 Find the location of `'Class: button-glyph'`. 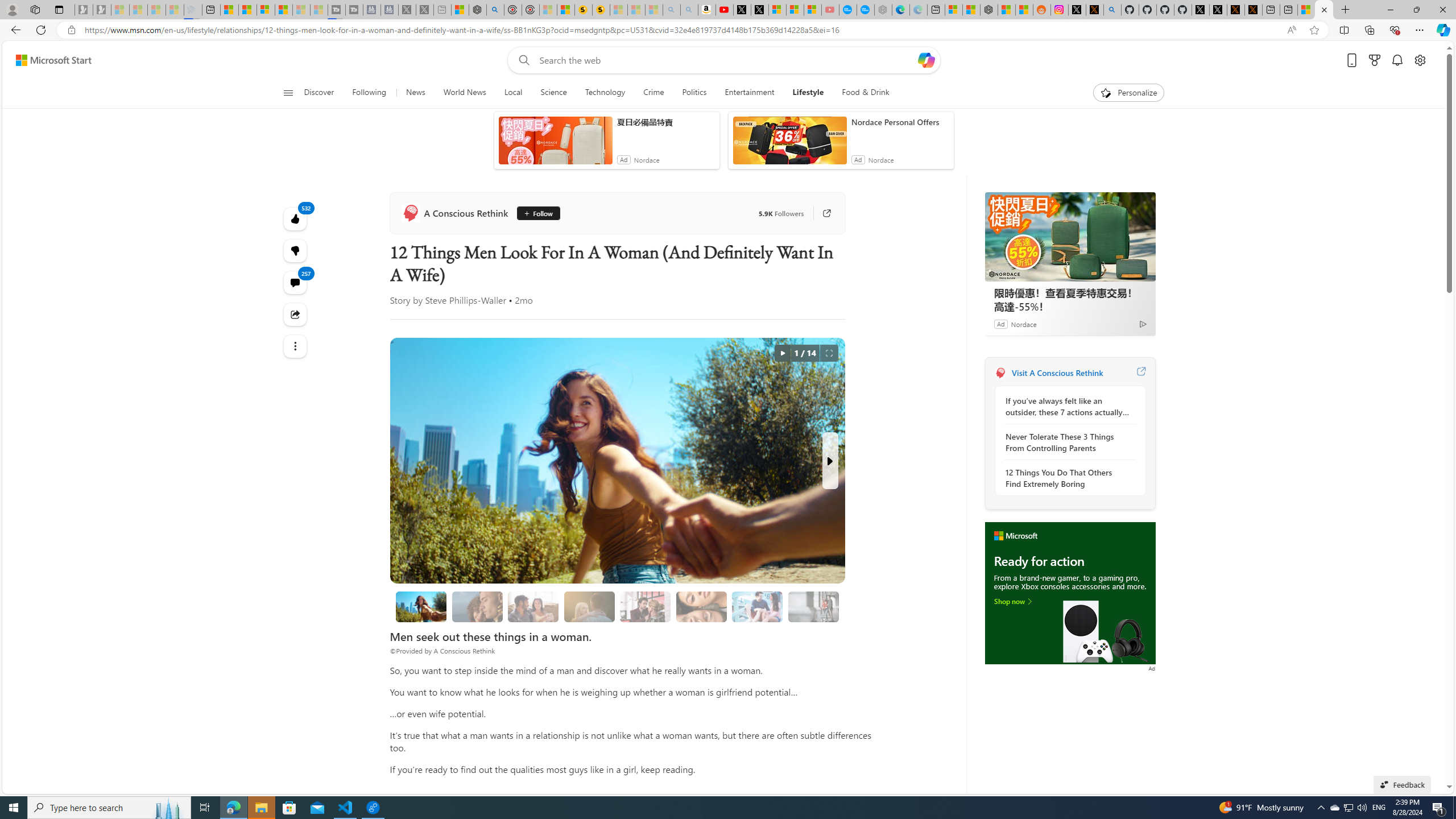

'Class: button-glyph' is located at coordinates (287, 92).